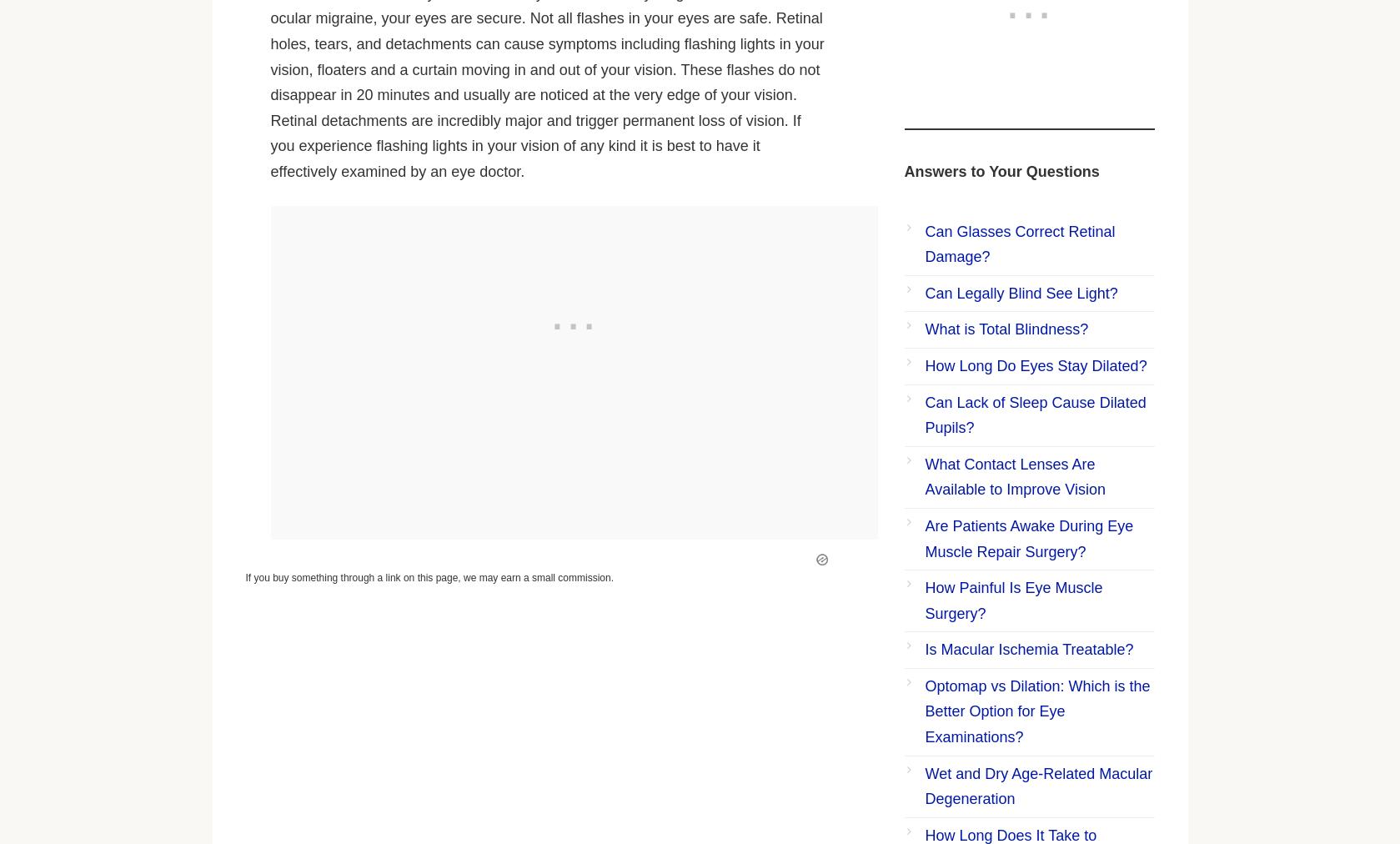 The image size is (1400, 844). Describe the element at coordinates (1036, 711) in the screenshot. I see `'Optomap vs Dilation: Which is the Better Option for Eye Examinations?'` at that location.